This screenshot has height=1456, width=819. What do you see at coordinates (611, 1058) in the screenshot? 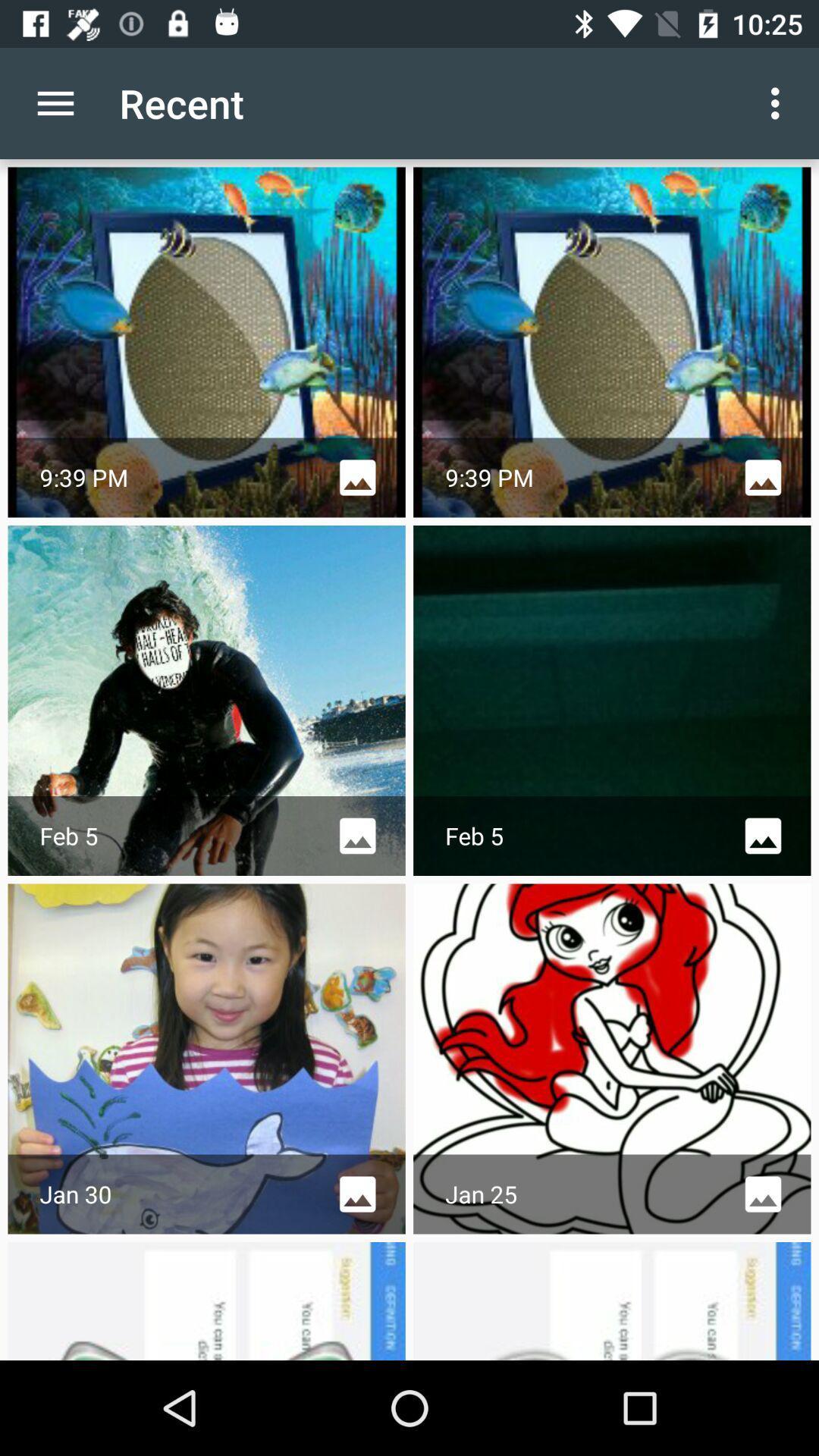
I see `the second image in third row` at bounding box center [611, 1058].